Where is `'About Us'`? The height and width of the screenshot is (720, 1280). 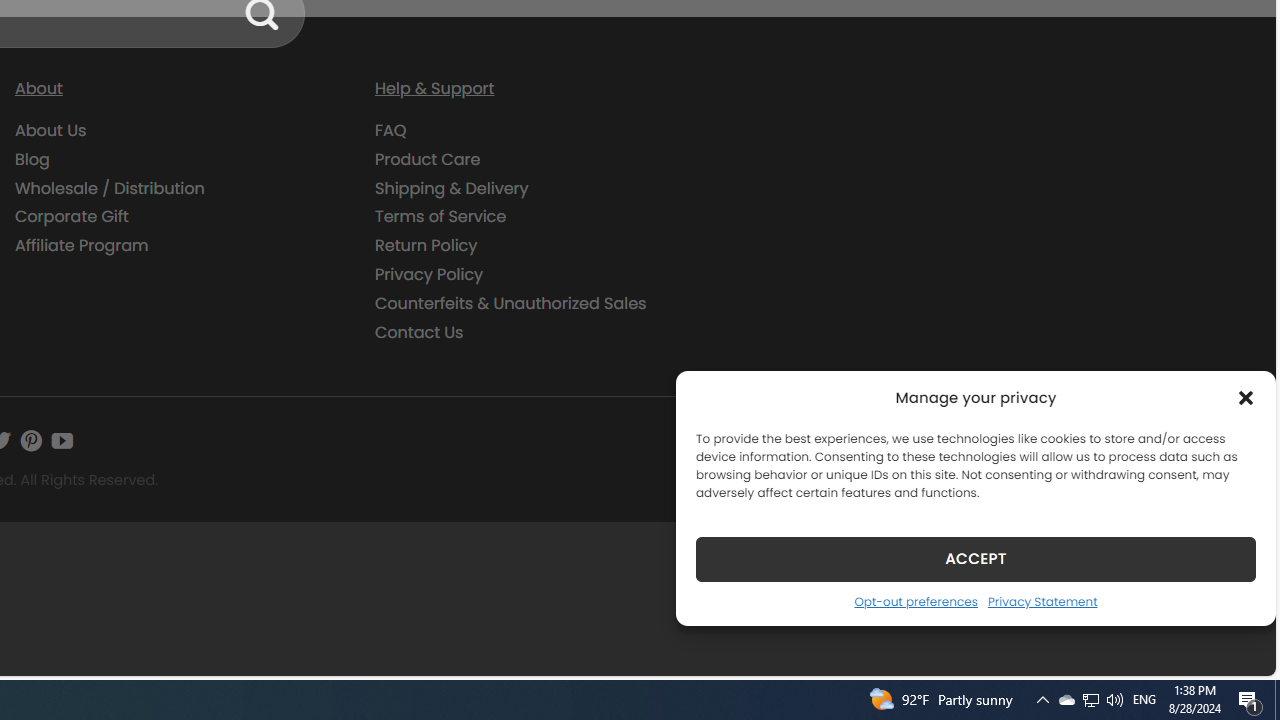 'About Us' is located at coordinates (51, 131).